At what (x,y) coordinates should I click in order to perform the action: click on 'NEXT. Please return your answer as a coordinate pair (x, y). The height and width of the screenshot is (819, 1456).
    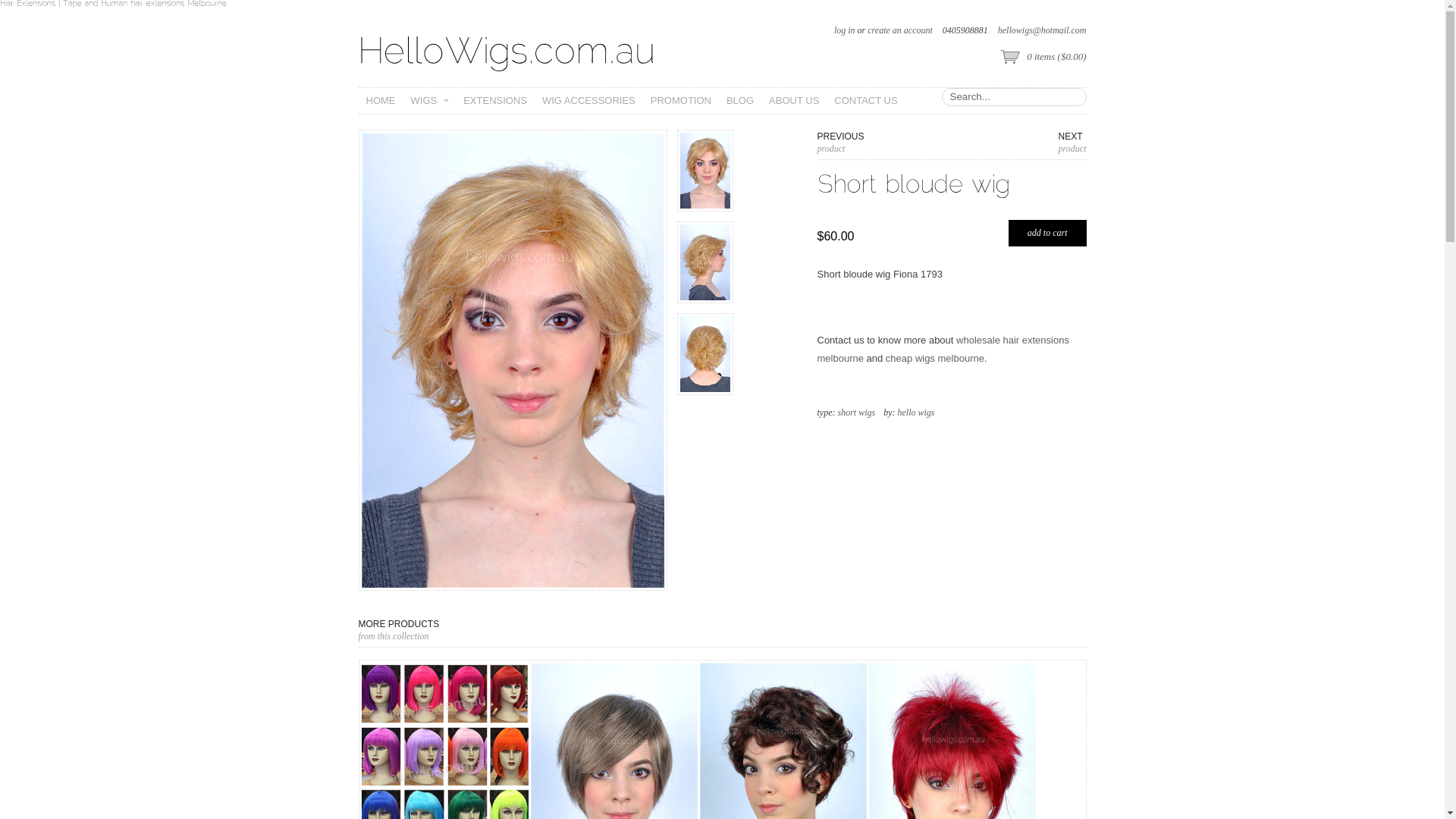
    Looking at the image, I should click on (1072, 143).